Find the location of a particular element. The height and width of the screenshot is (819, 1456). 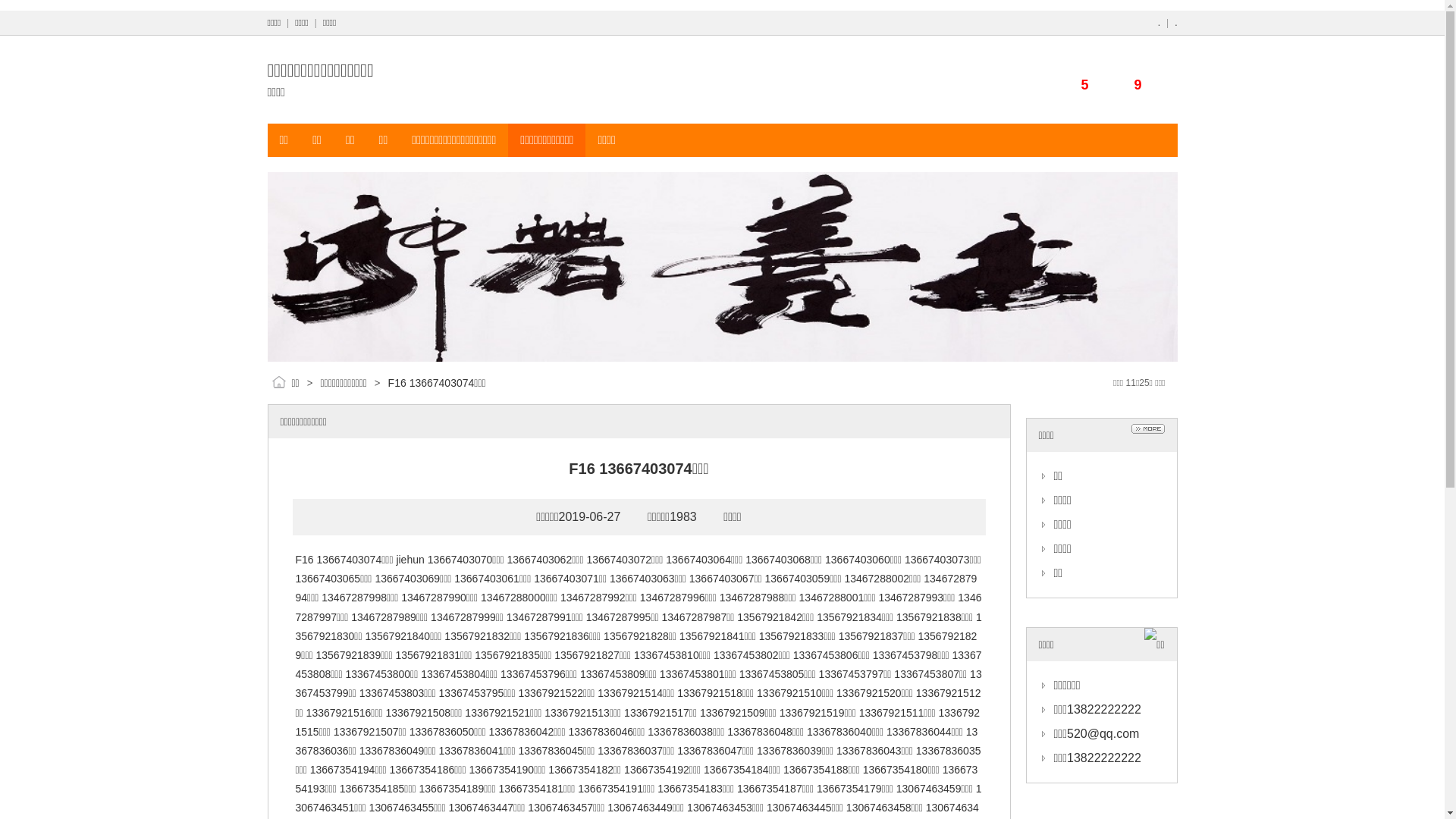

'.' is located at coordinates (1158, 23).